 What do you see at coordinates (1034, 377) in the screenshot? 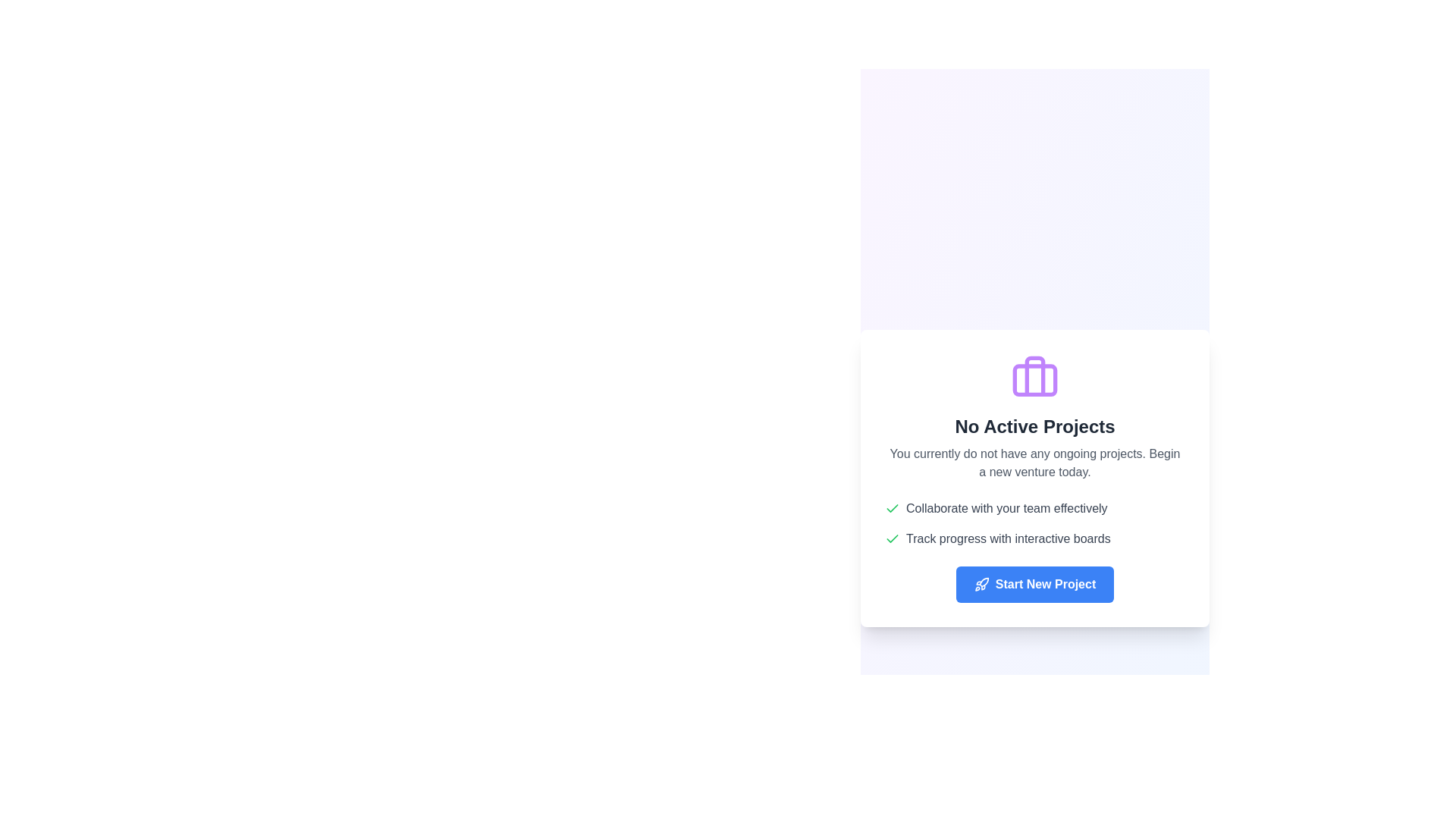
I see `the purple outlined briefcase icon located in the upper section of the white card that contains the heading 'No Active Projects'` at bounding box center [1034, 377].